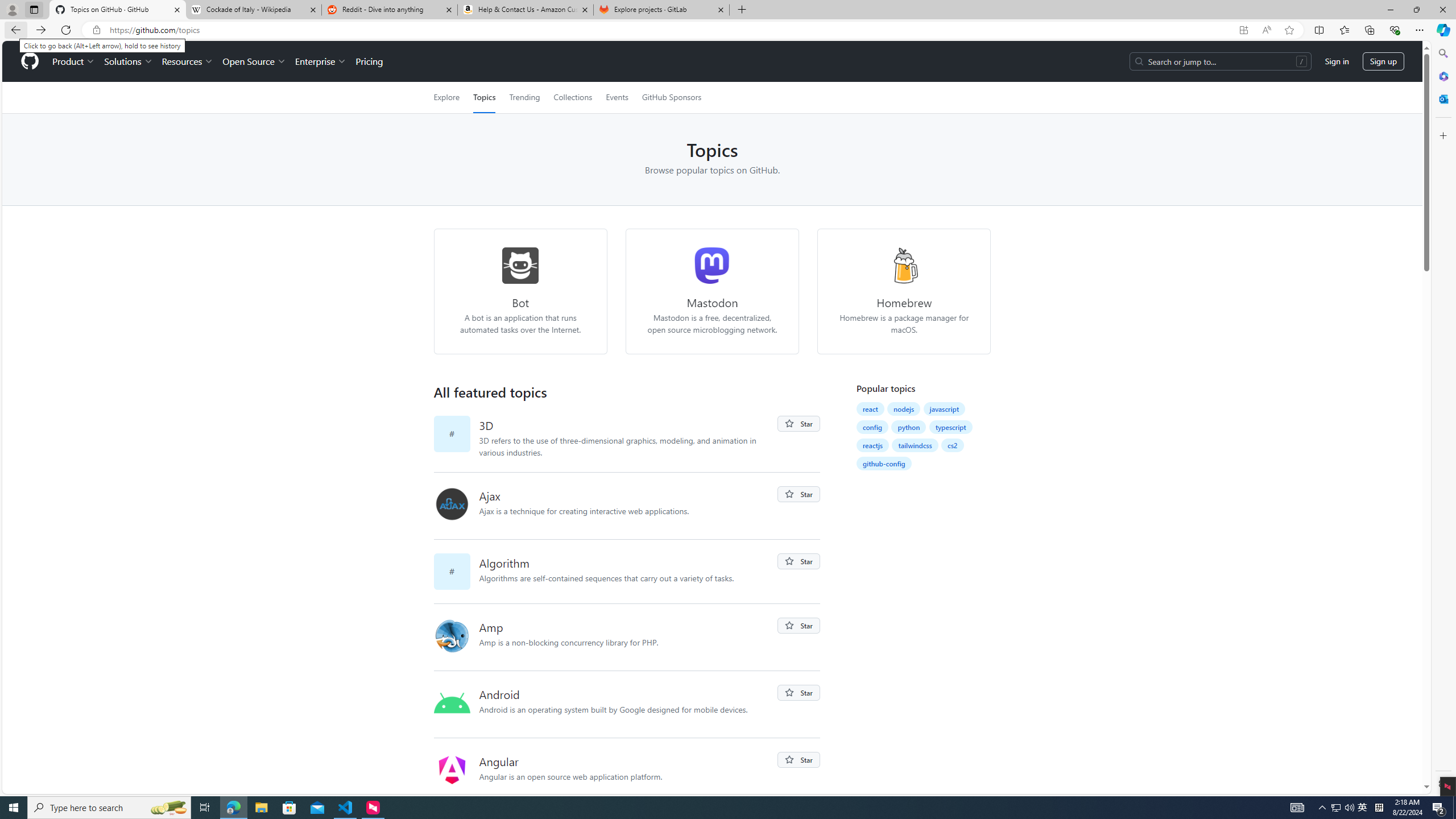 The image size is (1456, 819). What do you see at coordinates (869, 409) in the screenshot?
I see `'react'` at bounding box center [869, 409].